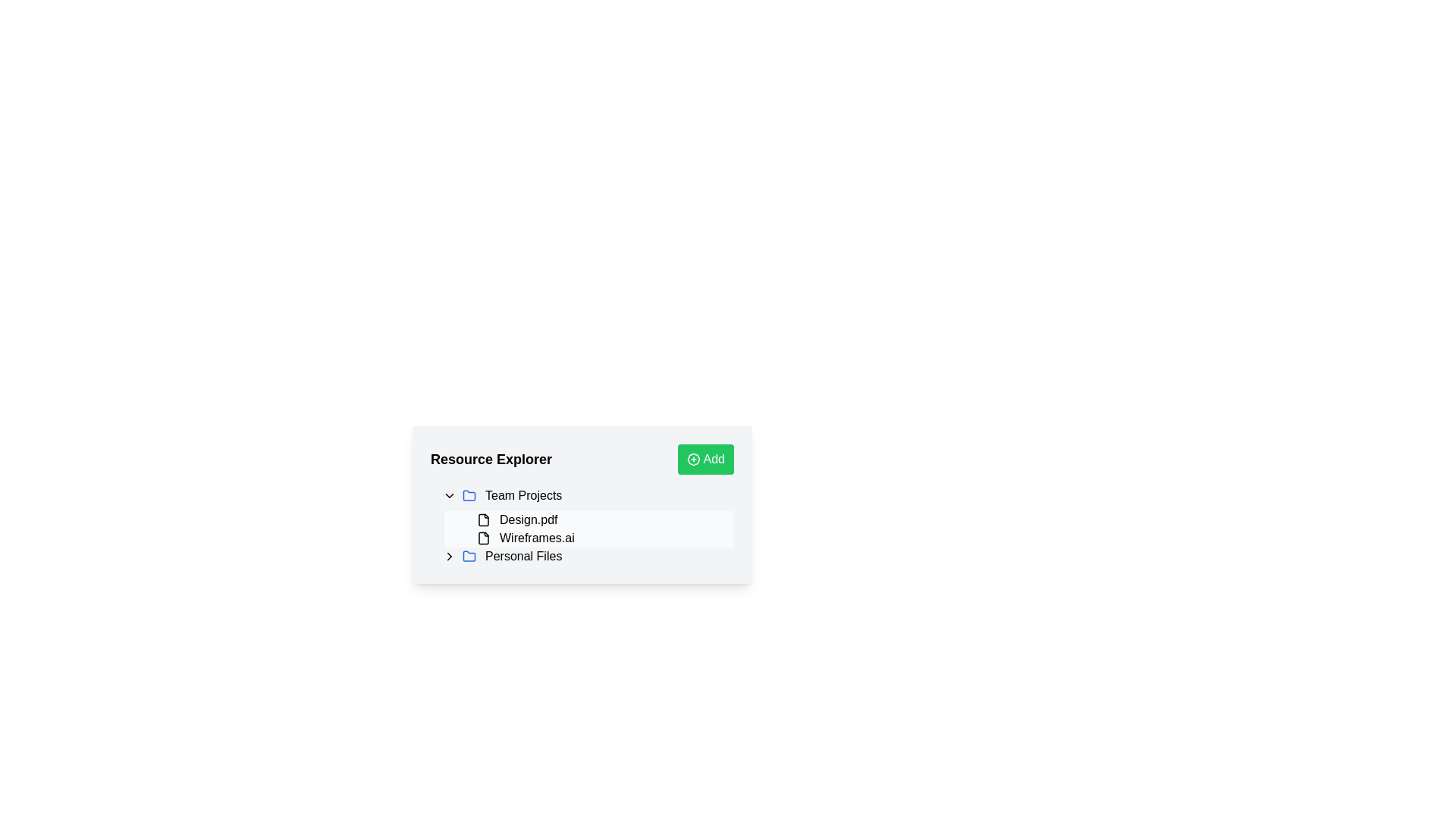  I want to click on folder icon representing the 'Team Projects' navigational section, which is located to the right of the arrow toggle and just before the 'Team Projects' label, so click(469, 496).